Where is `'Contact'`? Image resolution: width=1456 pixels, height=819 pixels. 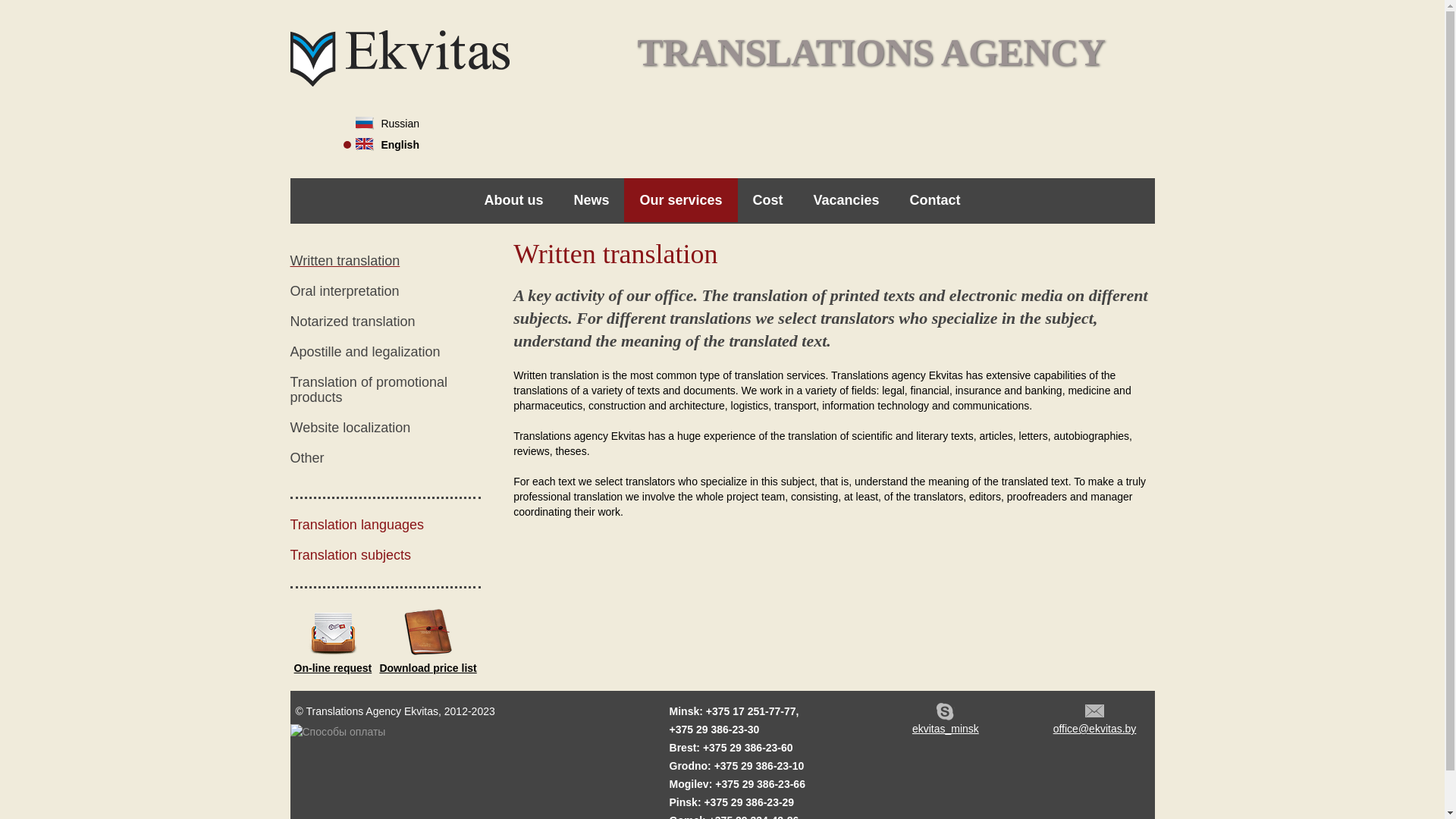 'Contact' is located at coordinates (934, 199).